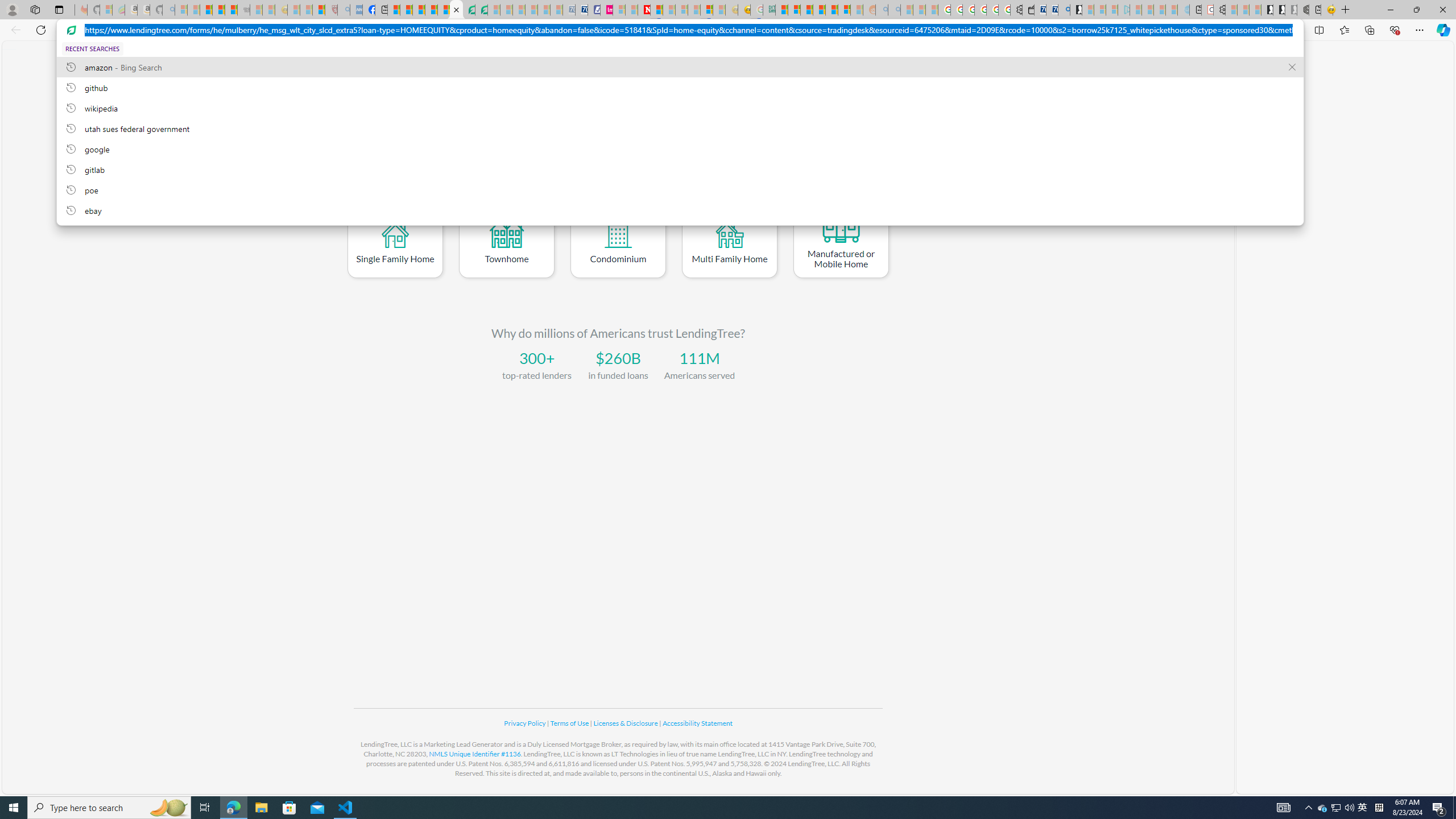  I want to click on 'Microsoft Word - consumer-privacy address update 2.2021', so click(481, 9).